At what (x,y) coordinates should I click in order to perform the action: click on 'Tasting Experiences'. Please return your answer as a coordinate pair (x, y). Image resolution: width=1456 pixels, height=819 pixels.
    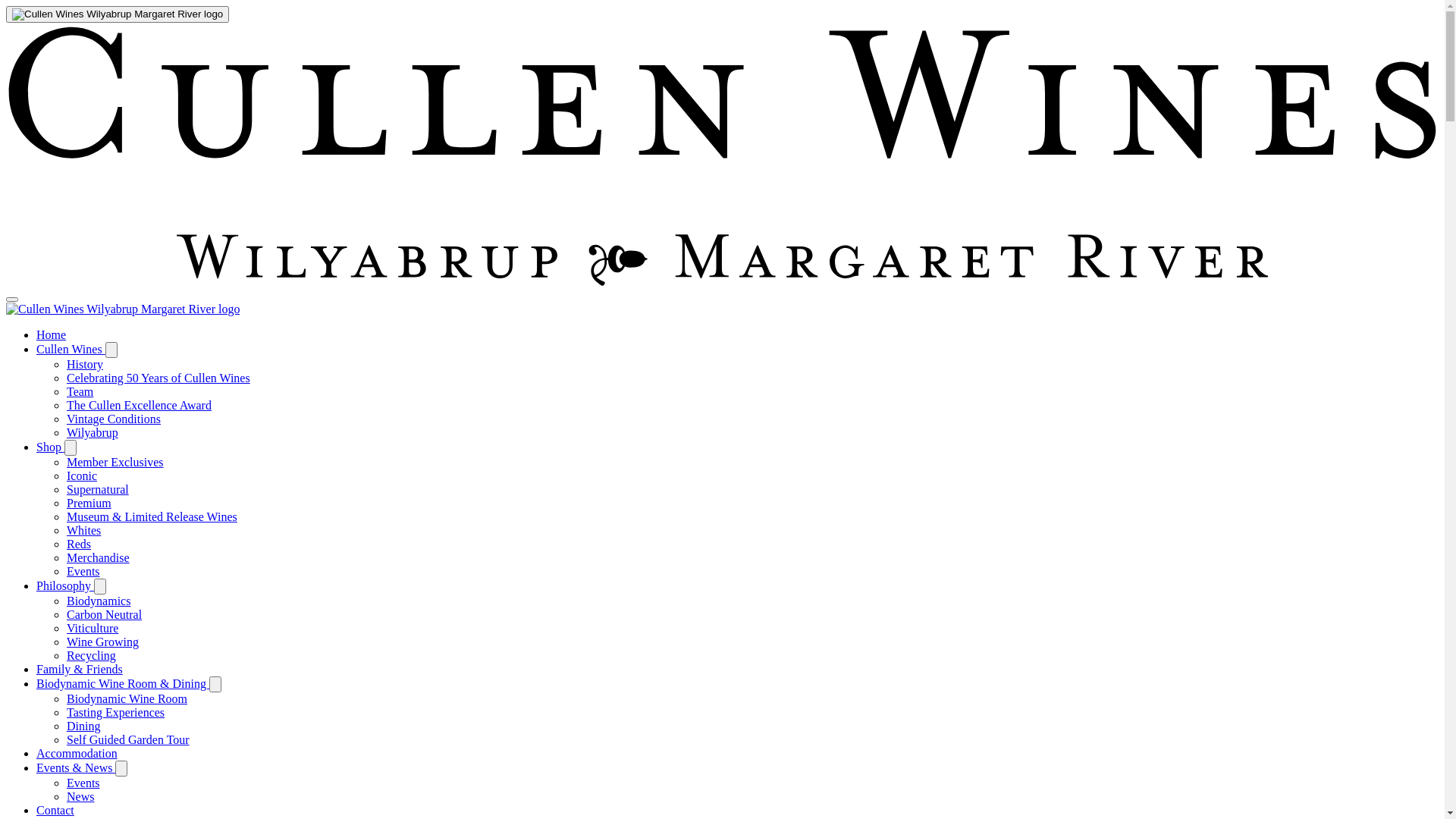
    Looking at the image, I should click on (65, 712).